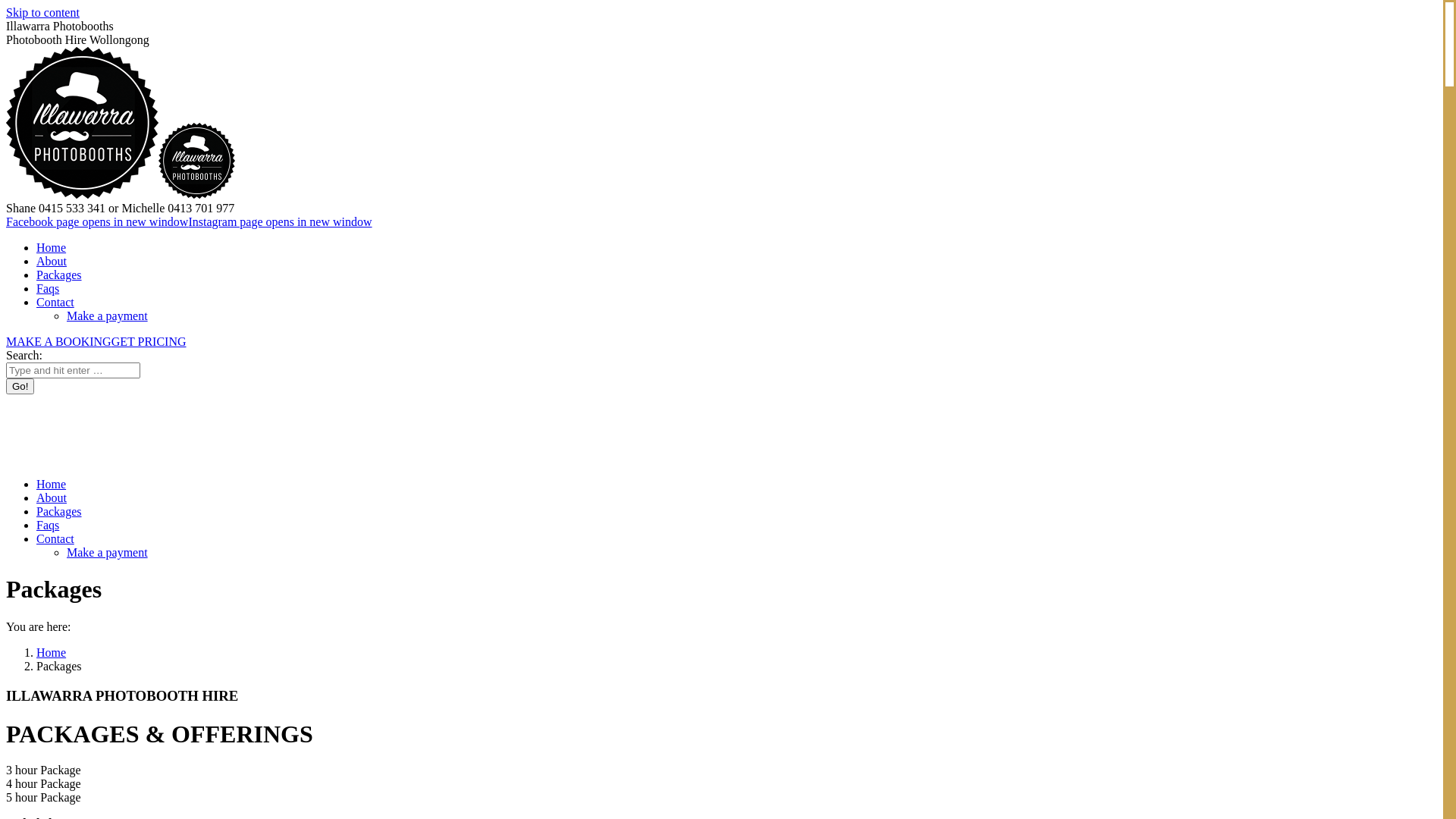 This screenshot has width=1456, height=819. Describe the element at coordinates (55, 302) in the screenshot. I see `'Contact'` at that location.